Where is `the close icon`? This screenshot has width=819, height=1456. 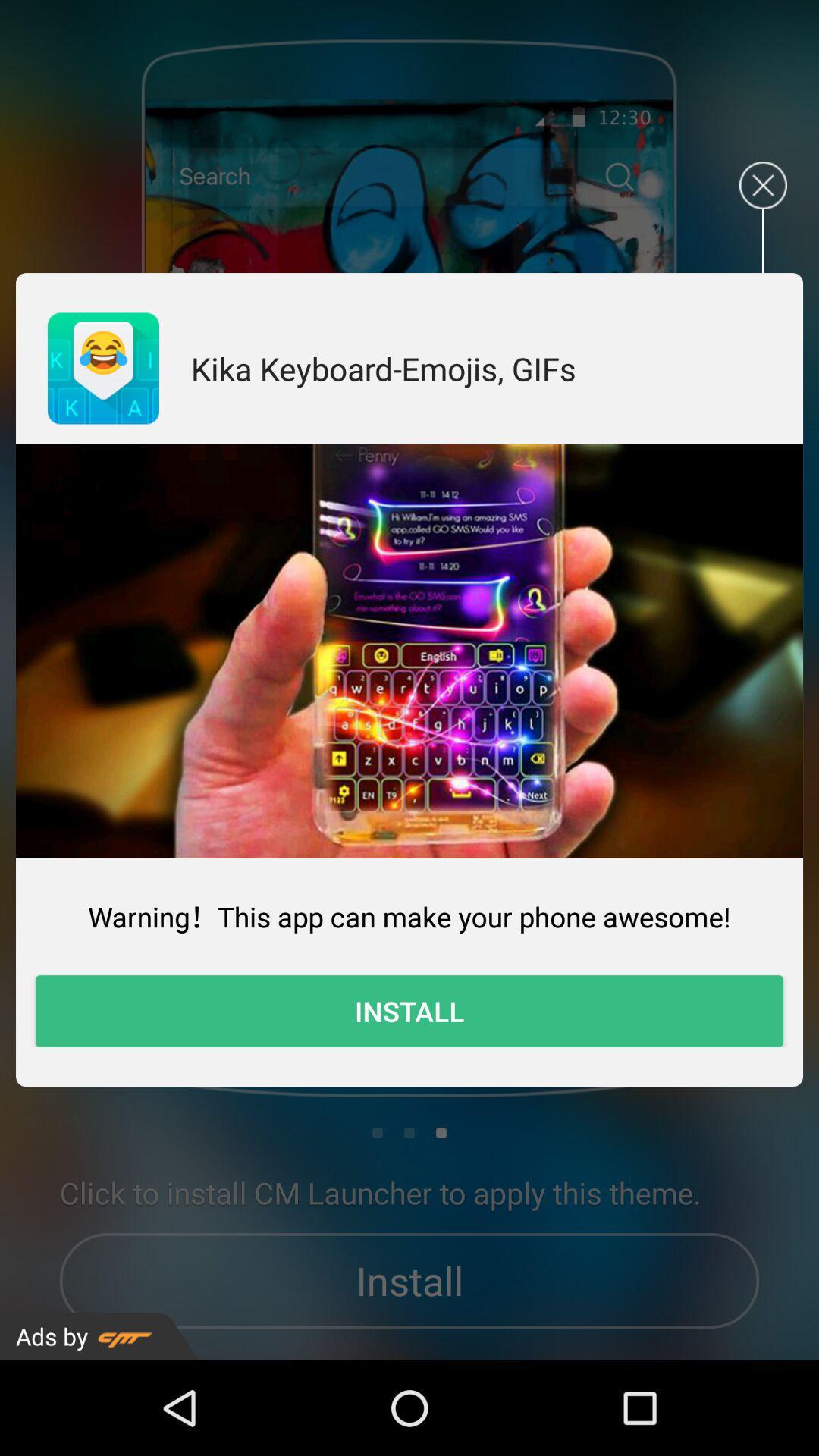 the close icon is located at coordinates (763, 197).